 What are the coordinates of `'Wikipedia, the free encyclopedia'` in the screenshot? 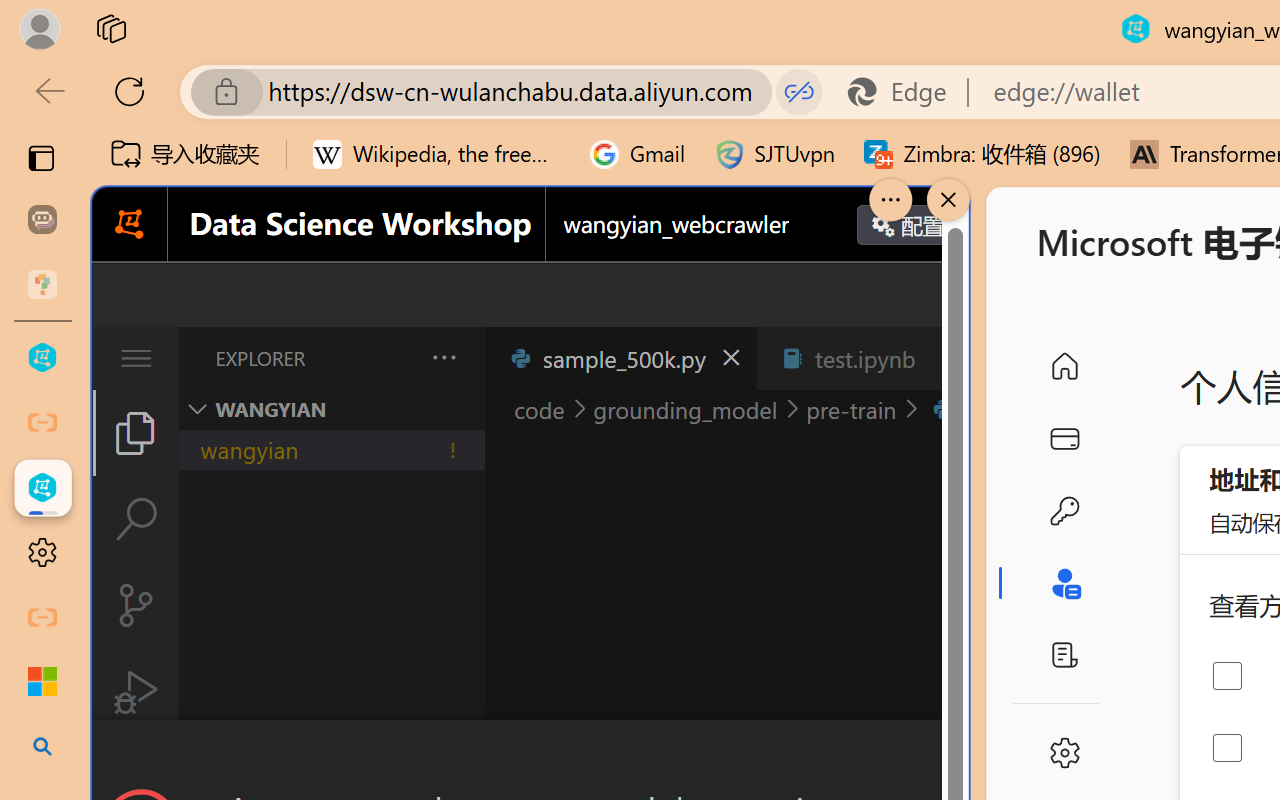 It's located at (436, 154).